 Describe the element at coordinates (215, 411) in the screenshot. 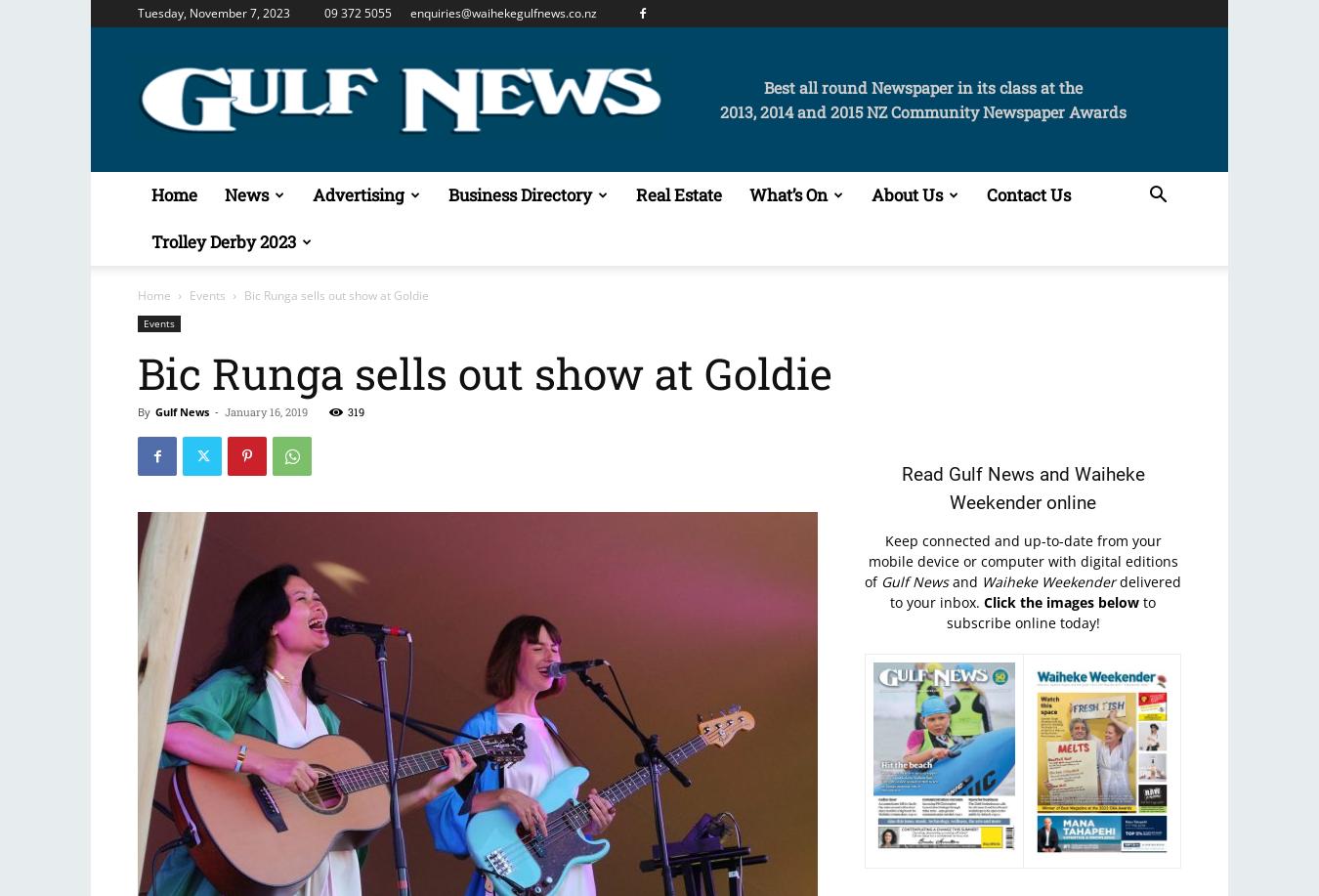

I see `'-'` at that location.